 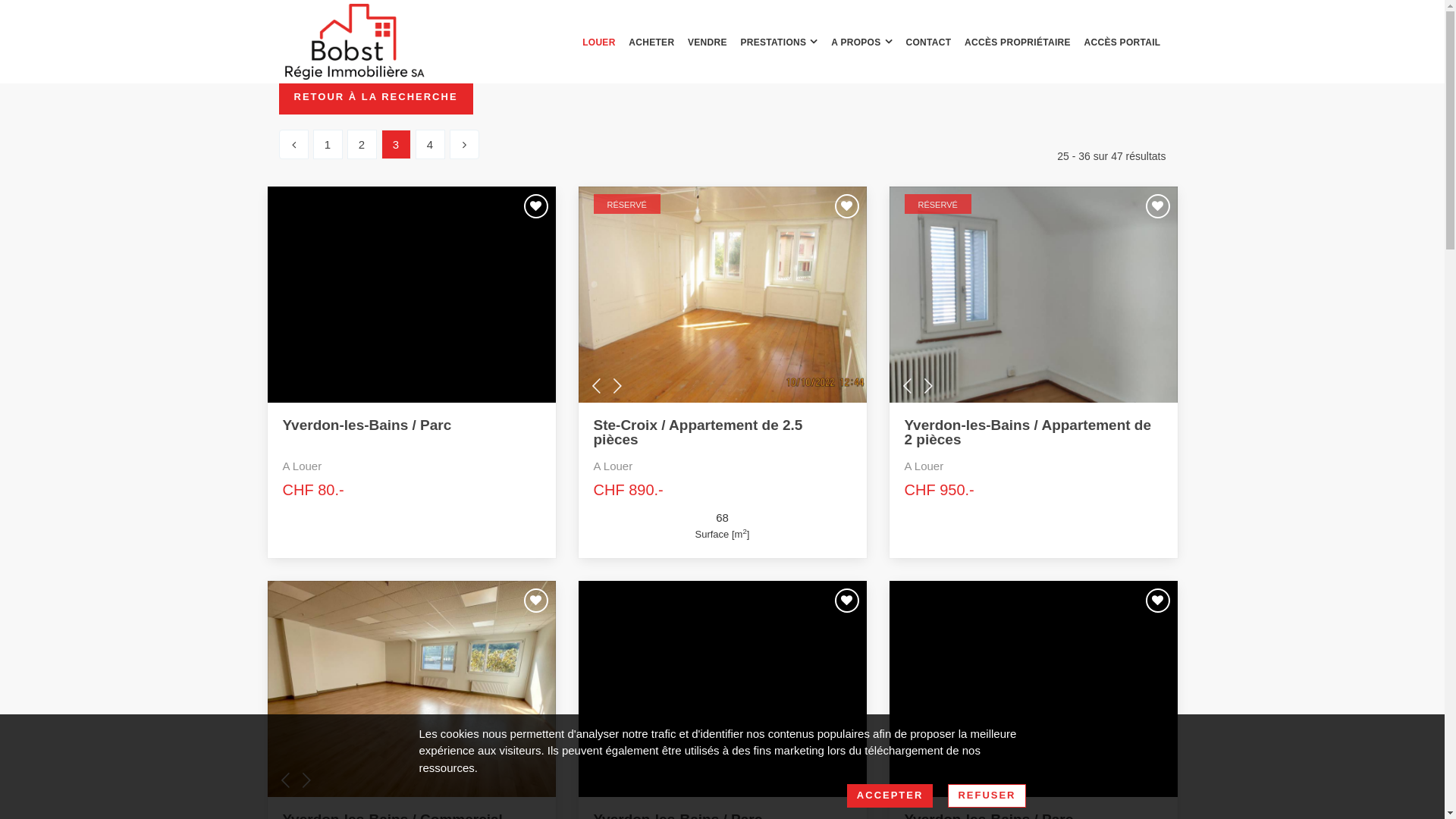 I want to click on 'LOUER', so click(x=598, y=42).